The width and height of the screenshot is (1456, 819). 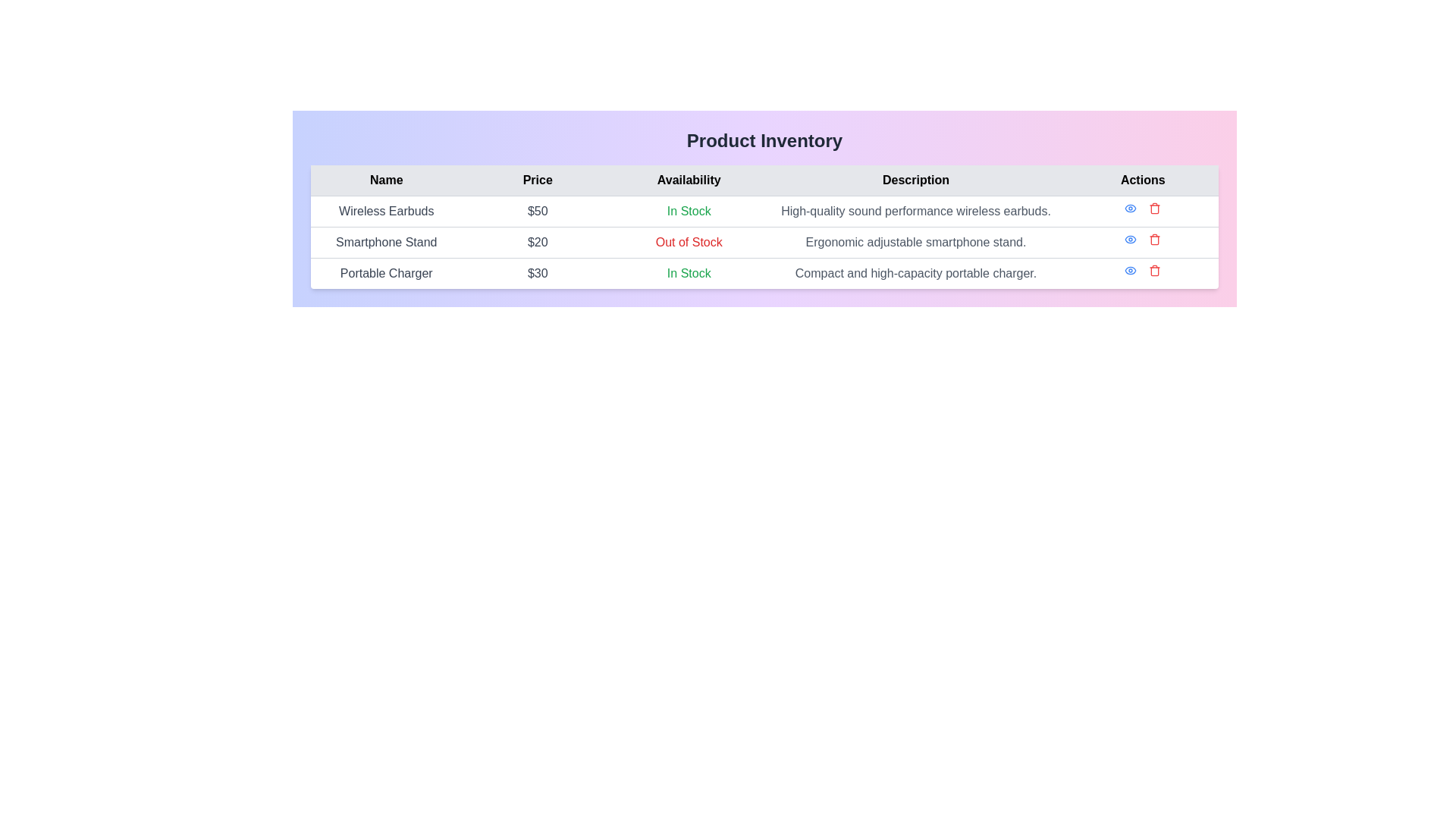 What do you see at coordinates (688, 273) in the screenshot?
I see `the 'Availability' text label for the 'Portable Charger' in the product inventory table to indicate that it is currently available for purchase` at bounding box center [688, 273].